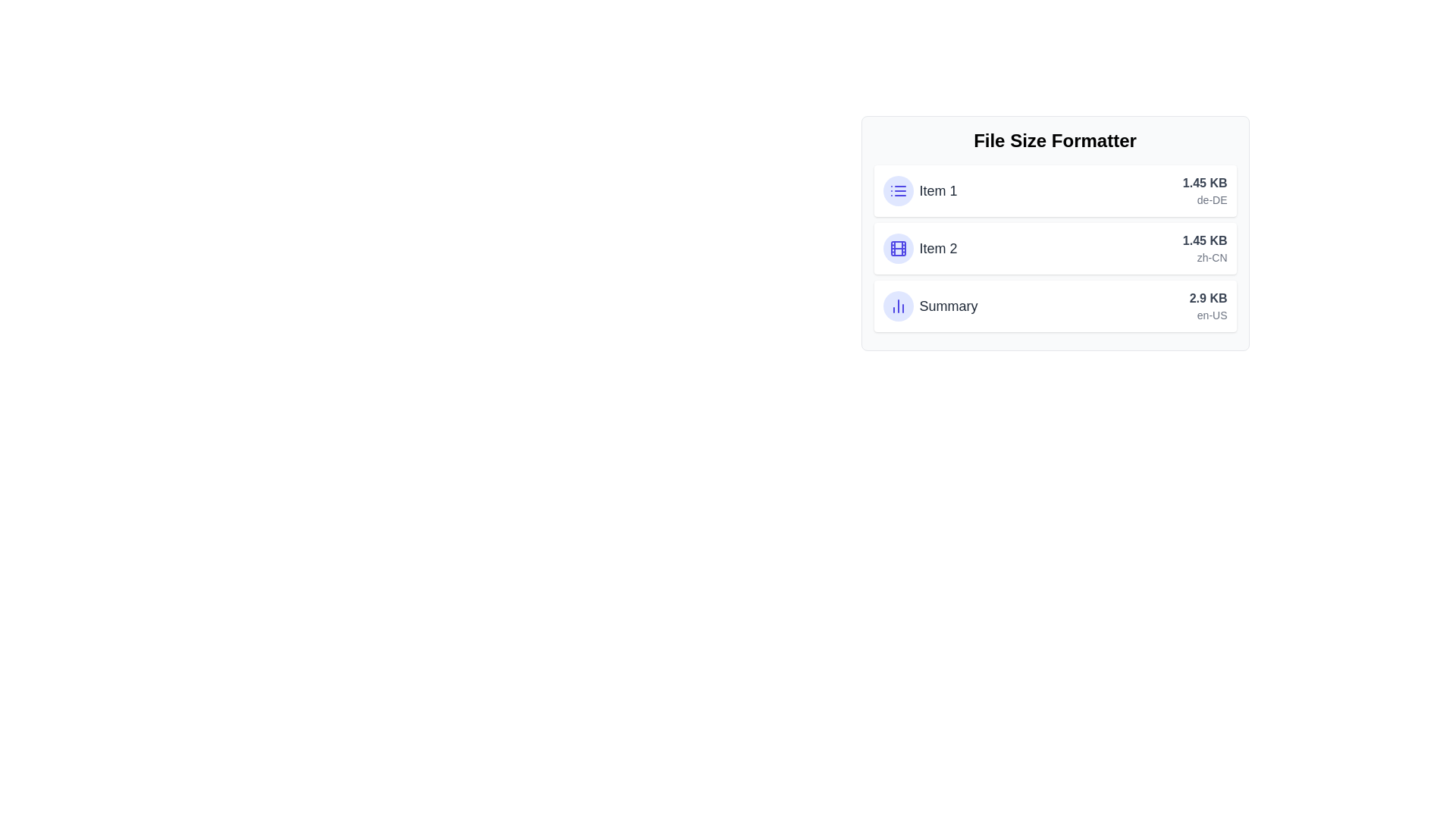 This screenshot has width=1456, height=819. I want to click on the icon associated with the second item in the list labeled 'Item 2', so click(919, 247).